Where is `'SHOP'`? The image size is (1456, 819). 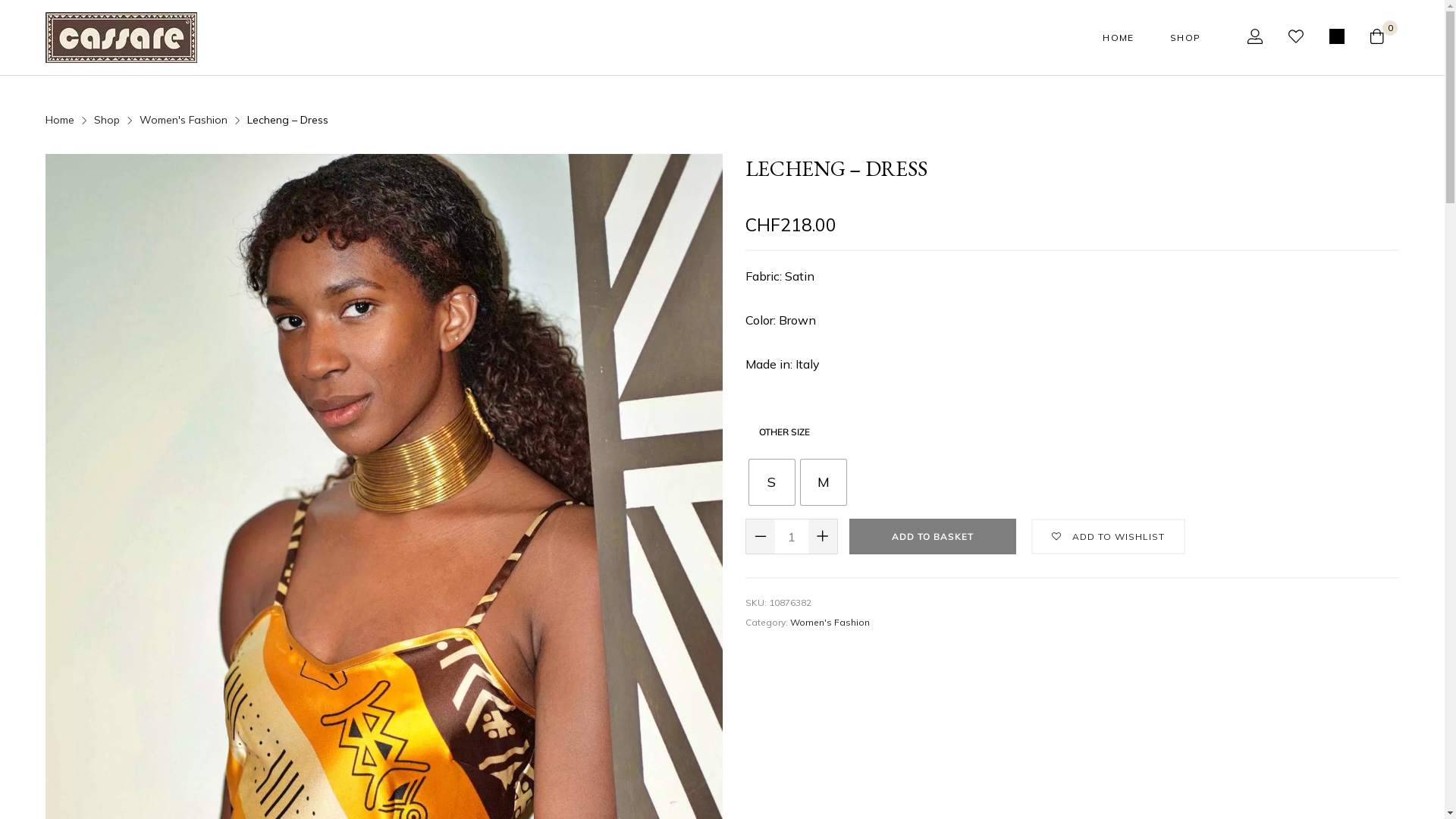
'SHOP' is located at coordinates (1169, 36).